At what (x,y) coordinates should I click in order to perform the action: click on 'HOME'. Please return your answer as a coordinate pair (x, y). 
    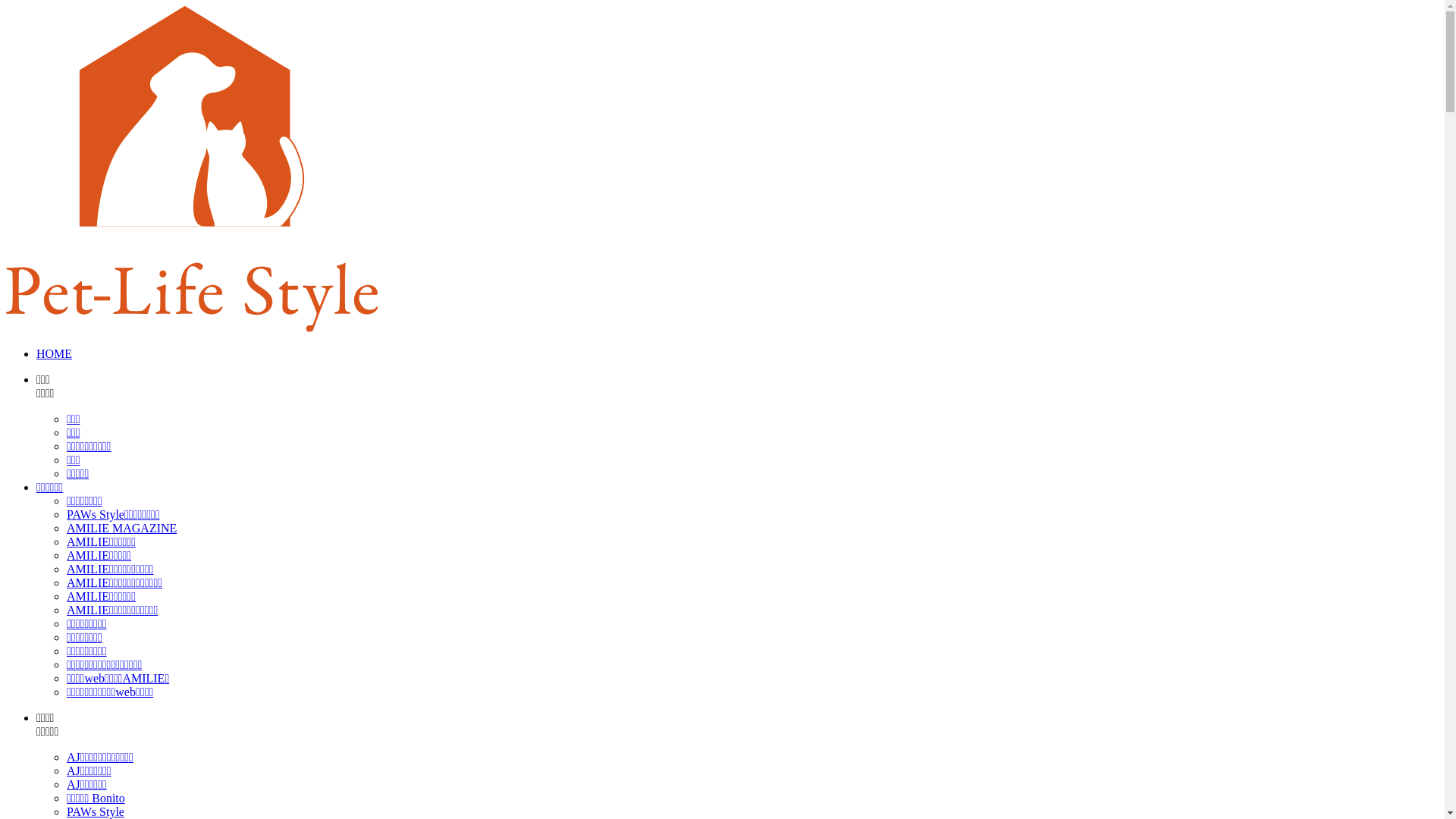
    Looking at the image, I should click on (54, 353).